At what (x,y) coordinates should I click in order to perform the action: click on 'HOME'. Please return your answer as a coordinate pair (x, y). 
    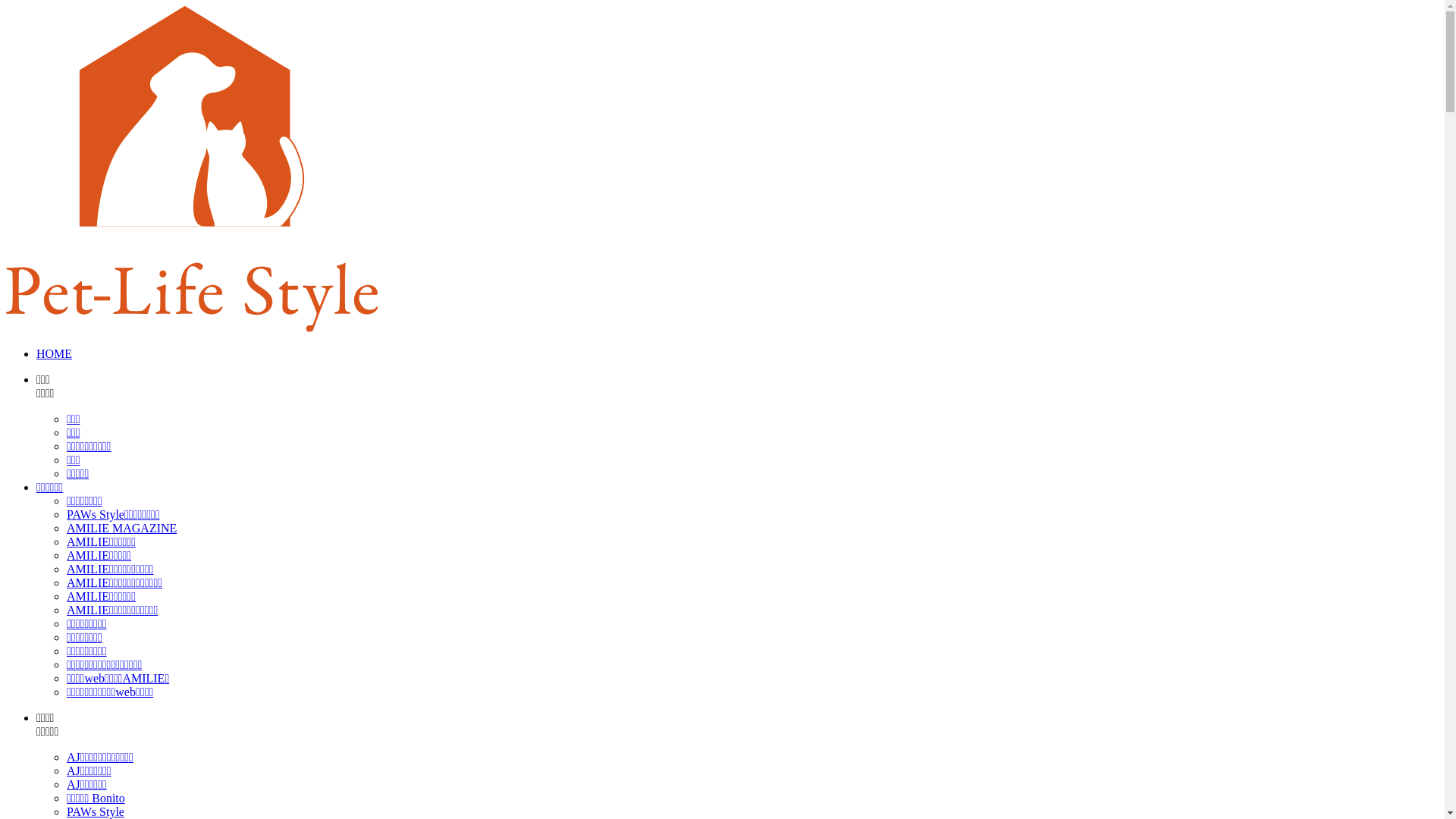
    Looking at the image, I should click on (54, 353).